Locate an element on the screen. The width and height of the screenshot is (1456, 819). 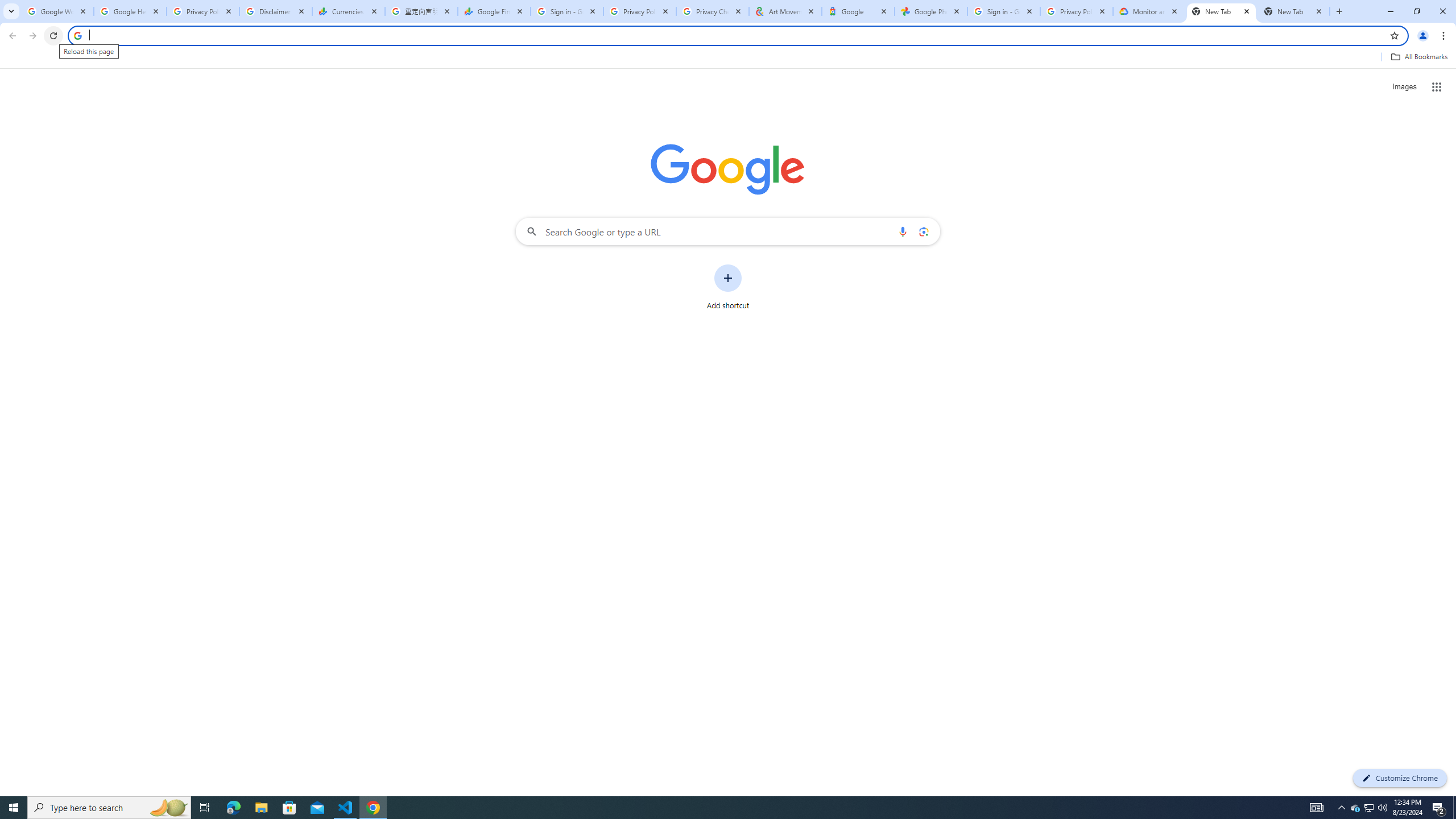
'Search by image' is located at coordinates (923, 230).